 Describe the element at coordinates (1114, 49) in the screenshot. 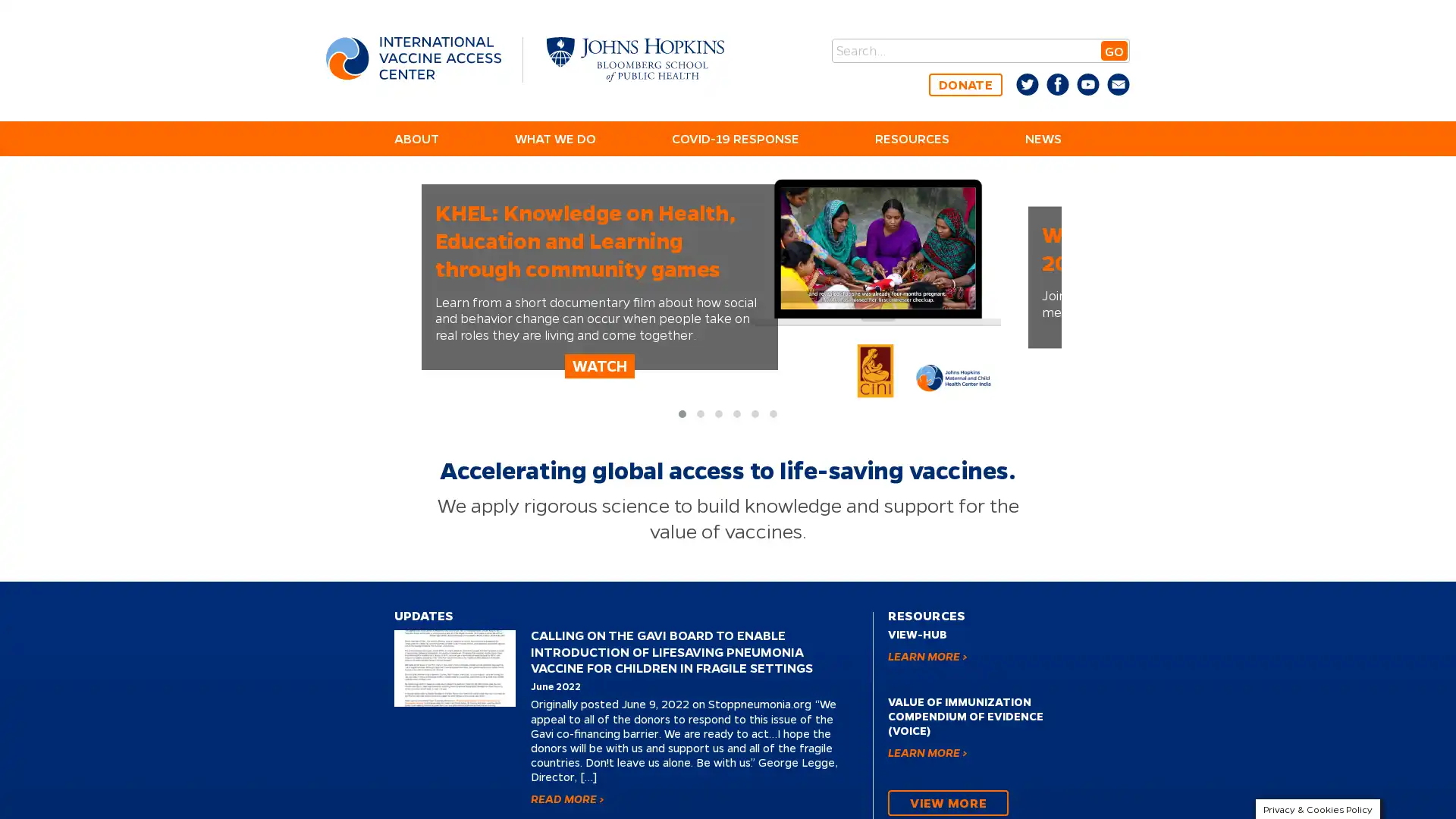

I see `GO` at that location.